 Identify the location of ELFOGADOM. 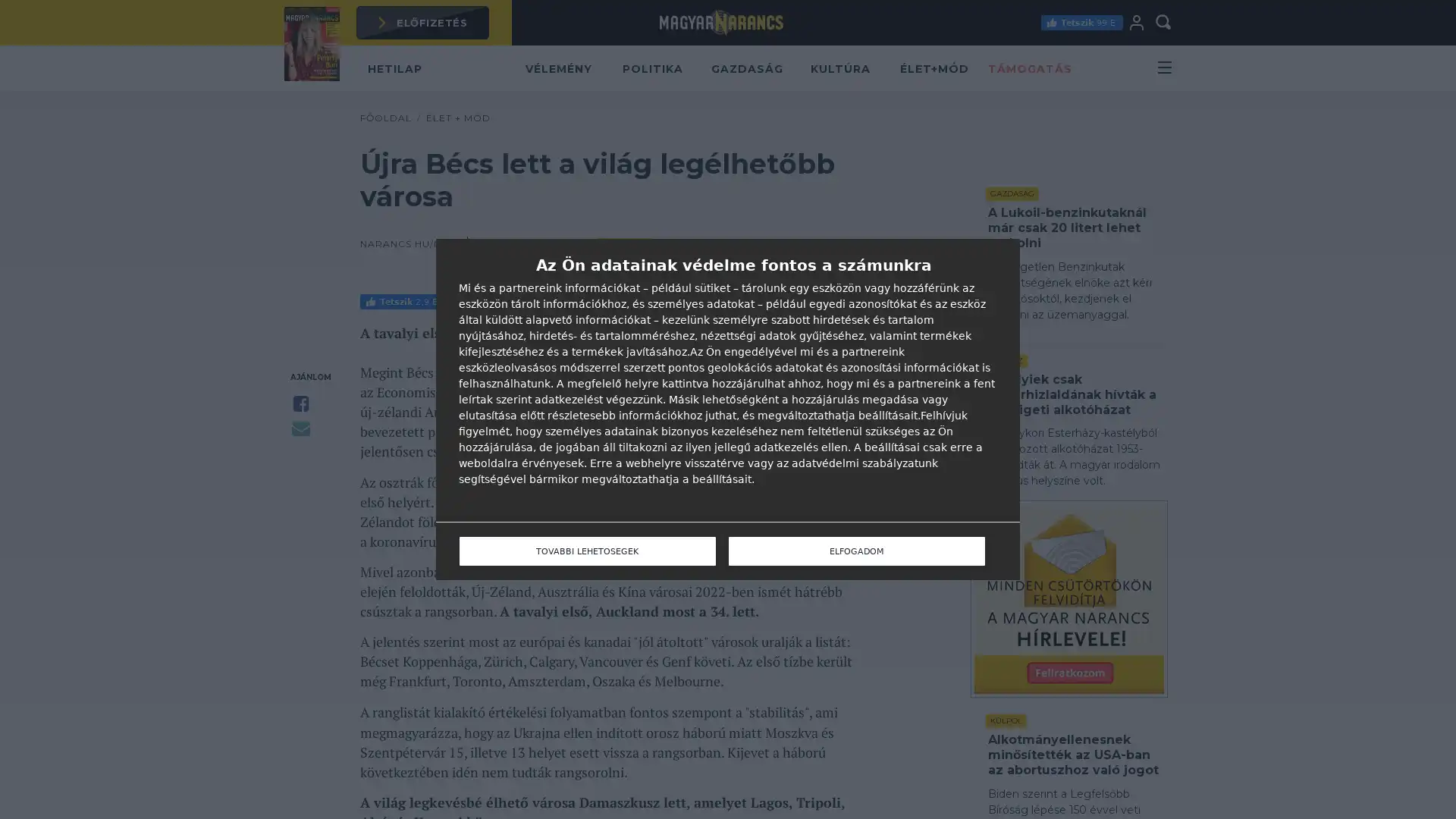
(856, 551).